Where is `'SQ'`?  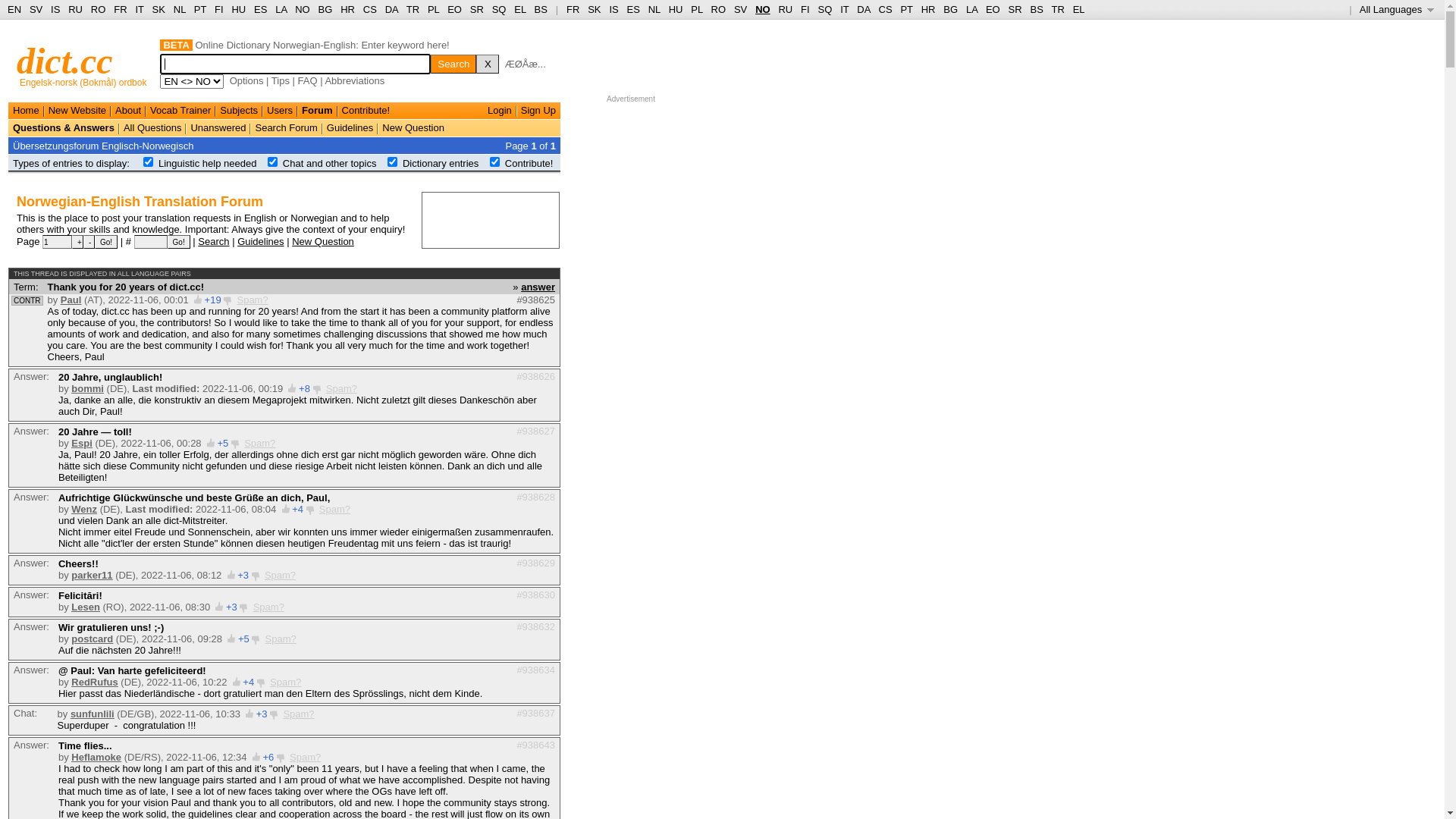 'SQ' is located at coordinates (491, 9).